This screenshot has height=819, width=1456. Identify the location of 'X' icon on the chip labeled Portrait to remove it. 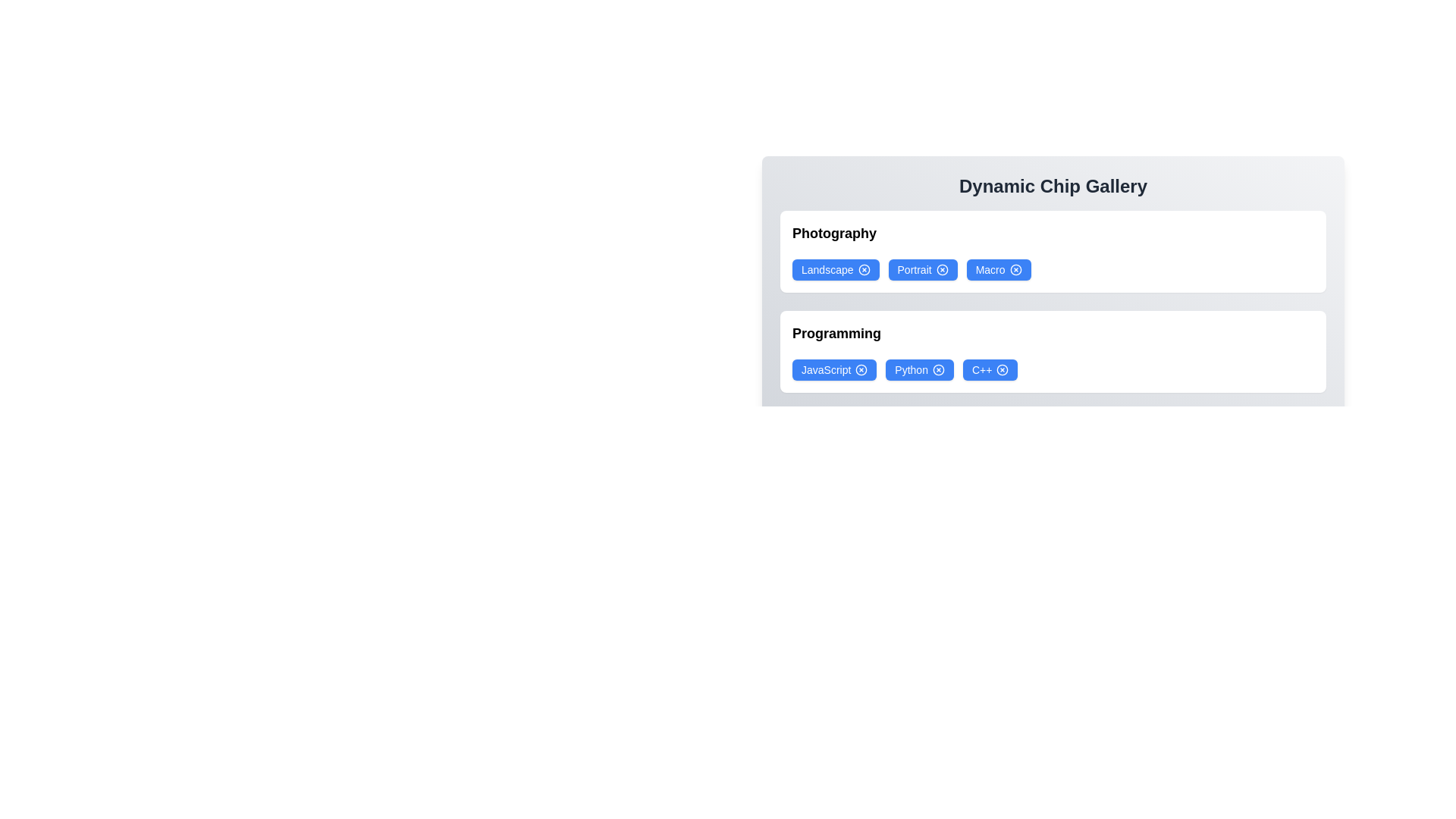
(941, 268).